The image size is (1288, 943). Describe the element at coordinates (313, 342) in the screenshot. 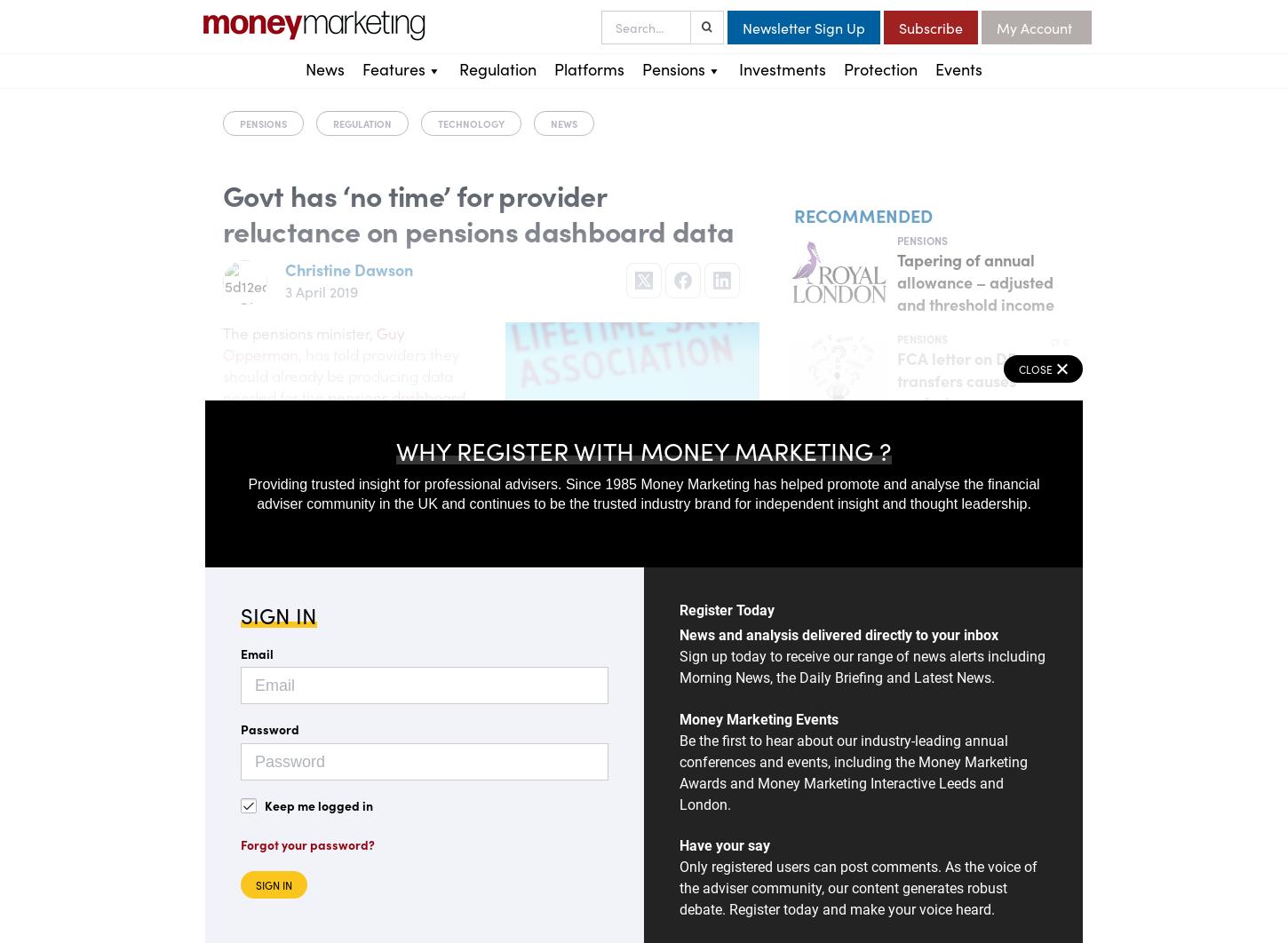

I see `'Guy Opperman'` at that location.